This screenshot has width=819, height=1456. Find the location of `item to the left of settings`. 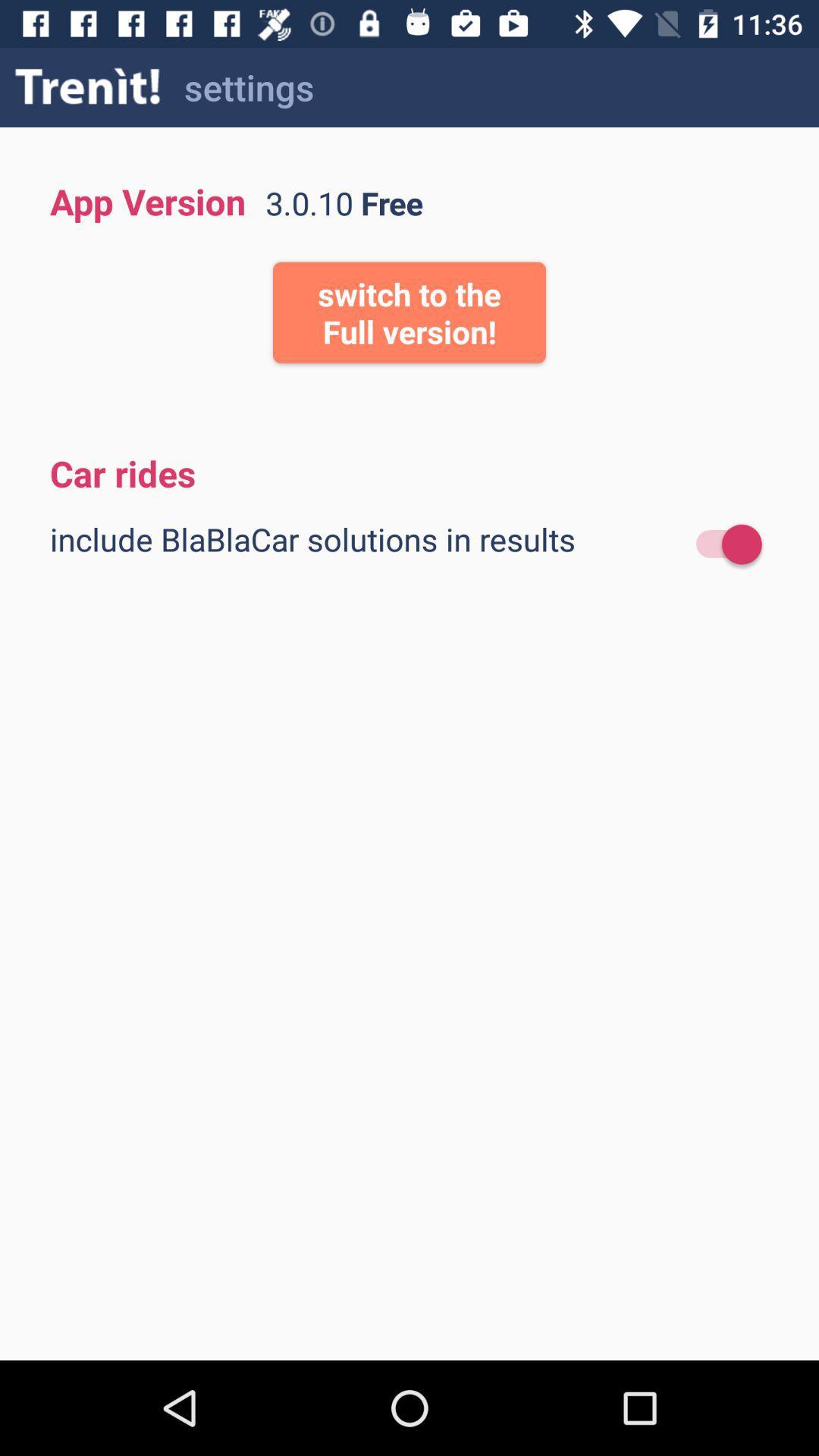

item to the left of settings is located at coordinates (88, 86).